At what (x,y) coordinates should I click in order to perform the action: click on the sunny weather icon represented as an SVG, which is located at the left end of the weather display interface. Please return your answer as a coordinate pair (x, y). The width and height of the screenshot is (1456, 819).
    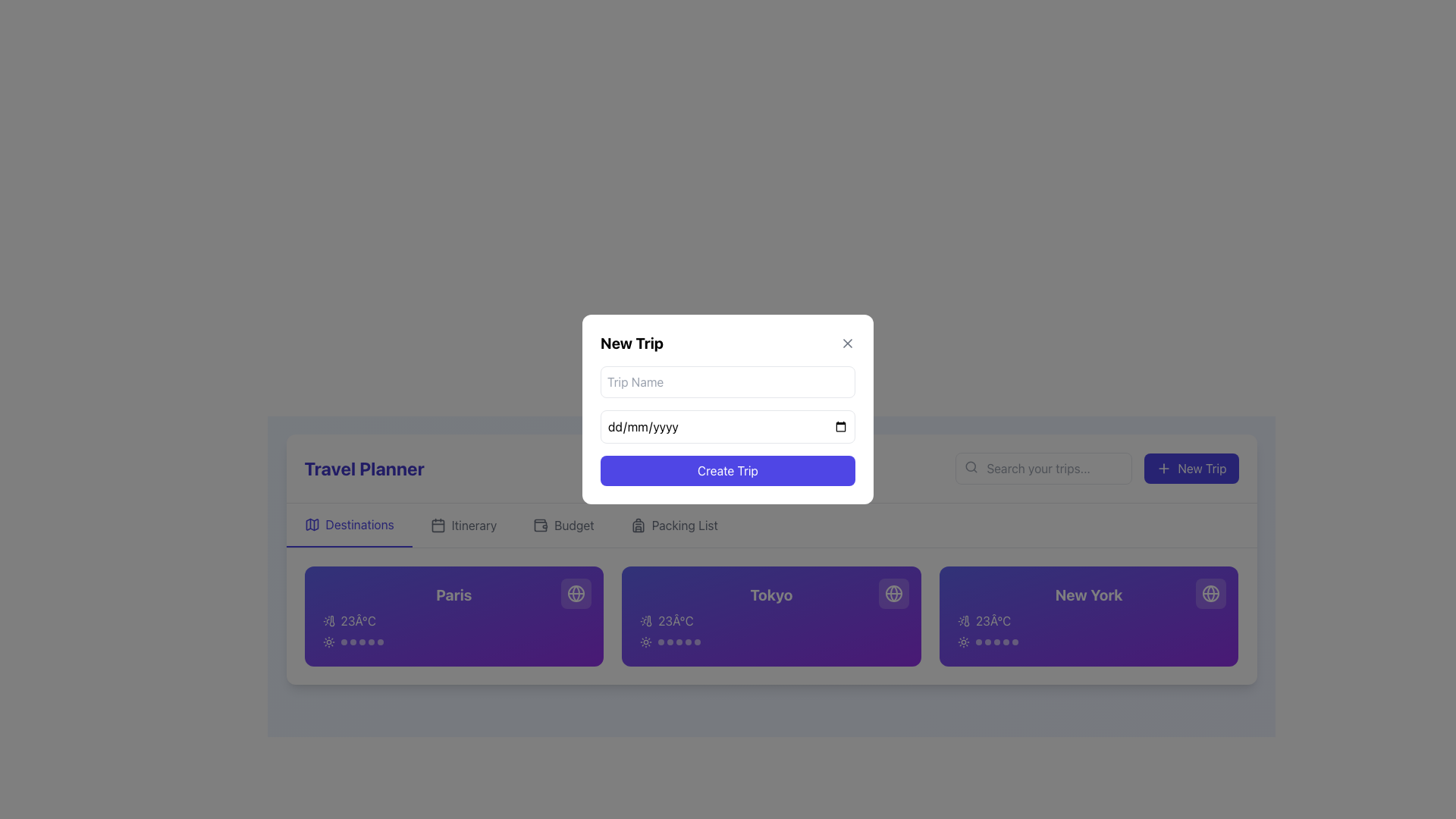
    Looking at the image, I should click on (646, 642).